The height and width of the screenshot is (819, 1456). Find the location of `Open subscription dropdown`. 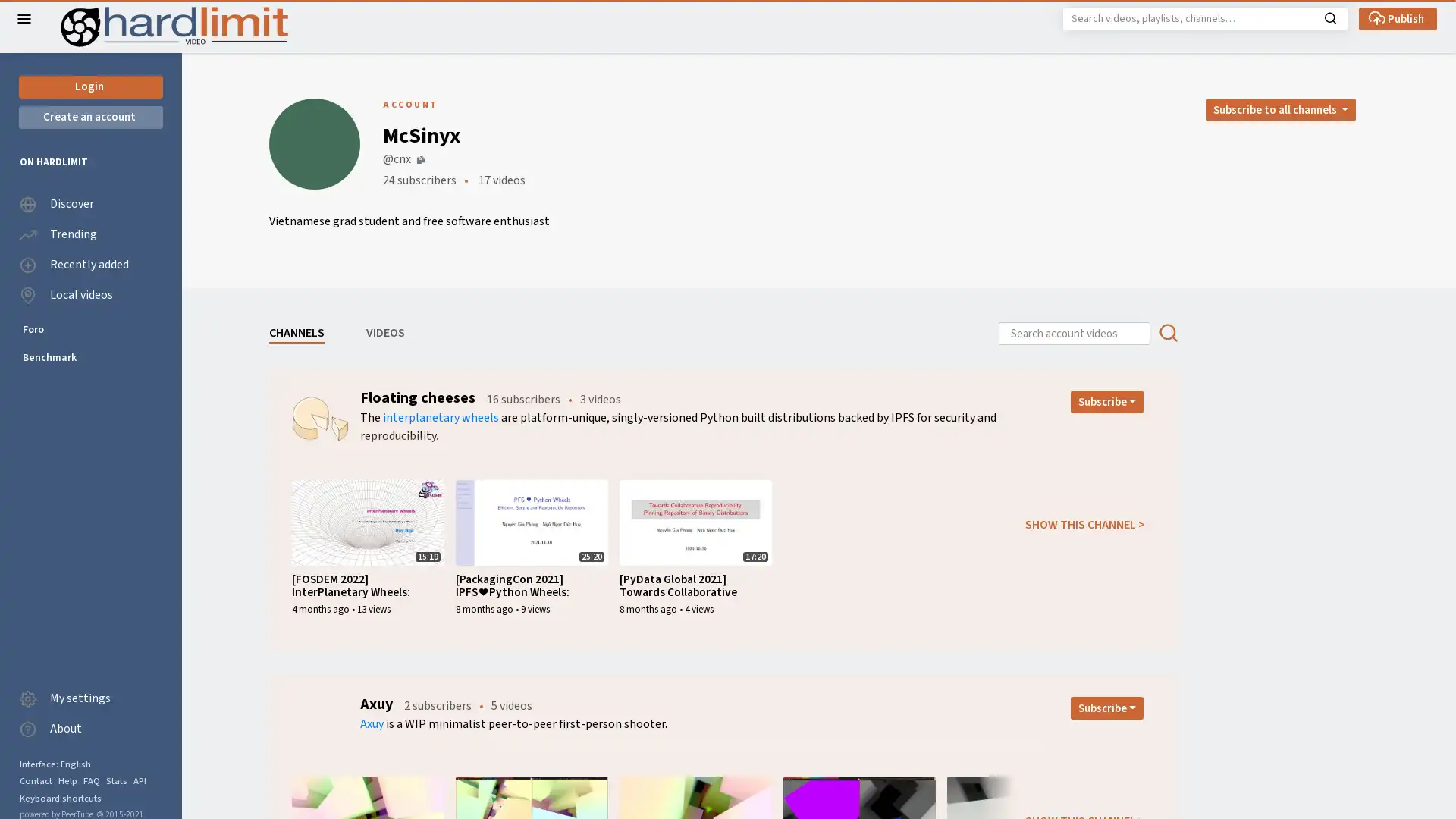

Open subscription dropdown is located at coordinates (1106, 400).